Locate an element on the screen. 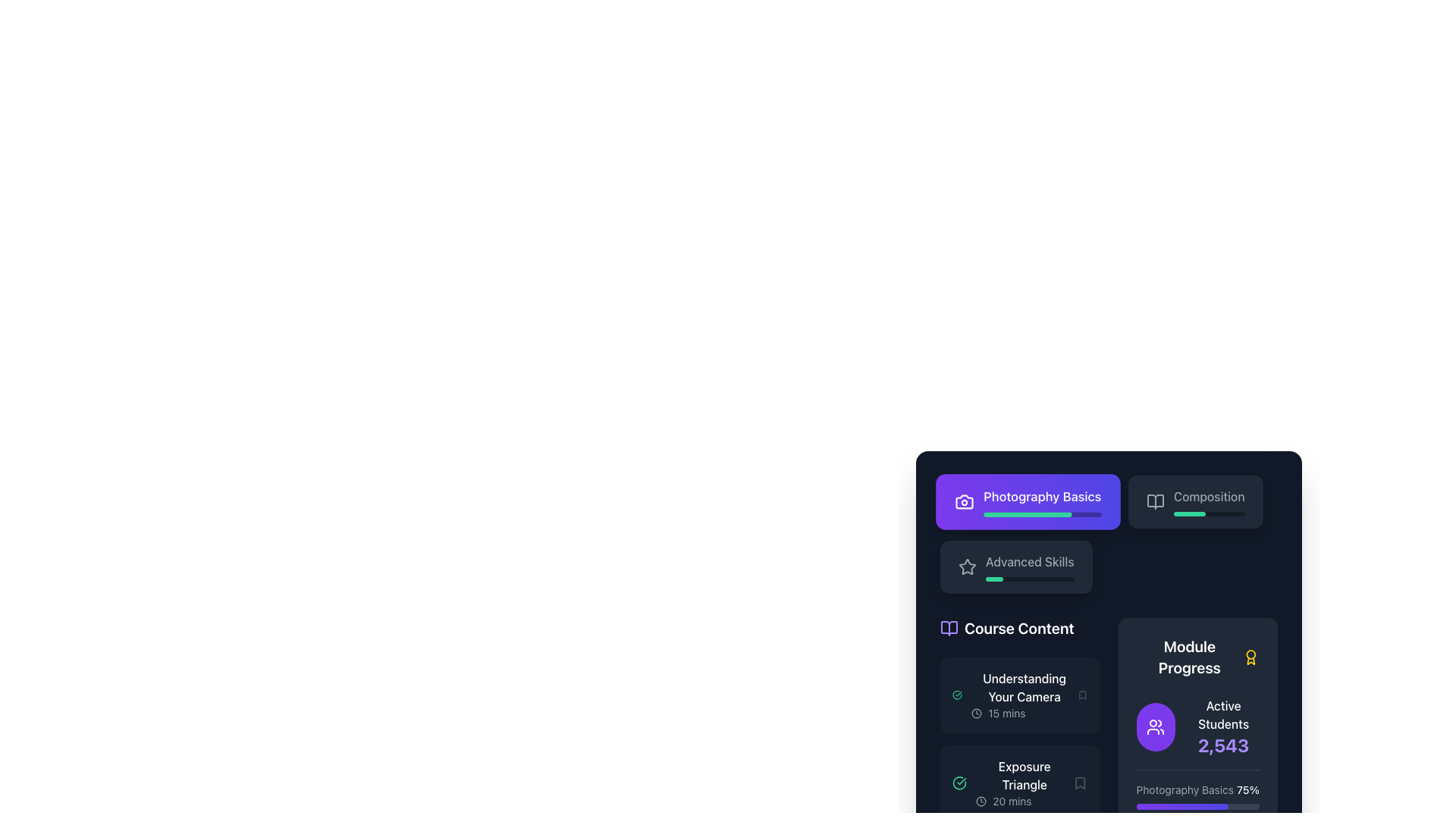  the text label that serves as a heading for the progress tracking module, located on the right side of the interface is located at coordinates (1188, 657).